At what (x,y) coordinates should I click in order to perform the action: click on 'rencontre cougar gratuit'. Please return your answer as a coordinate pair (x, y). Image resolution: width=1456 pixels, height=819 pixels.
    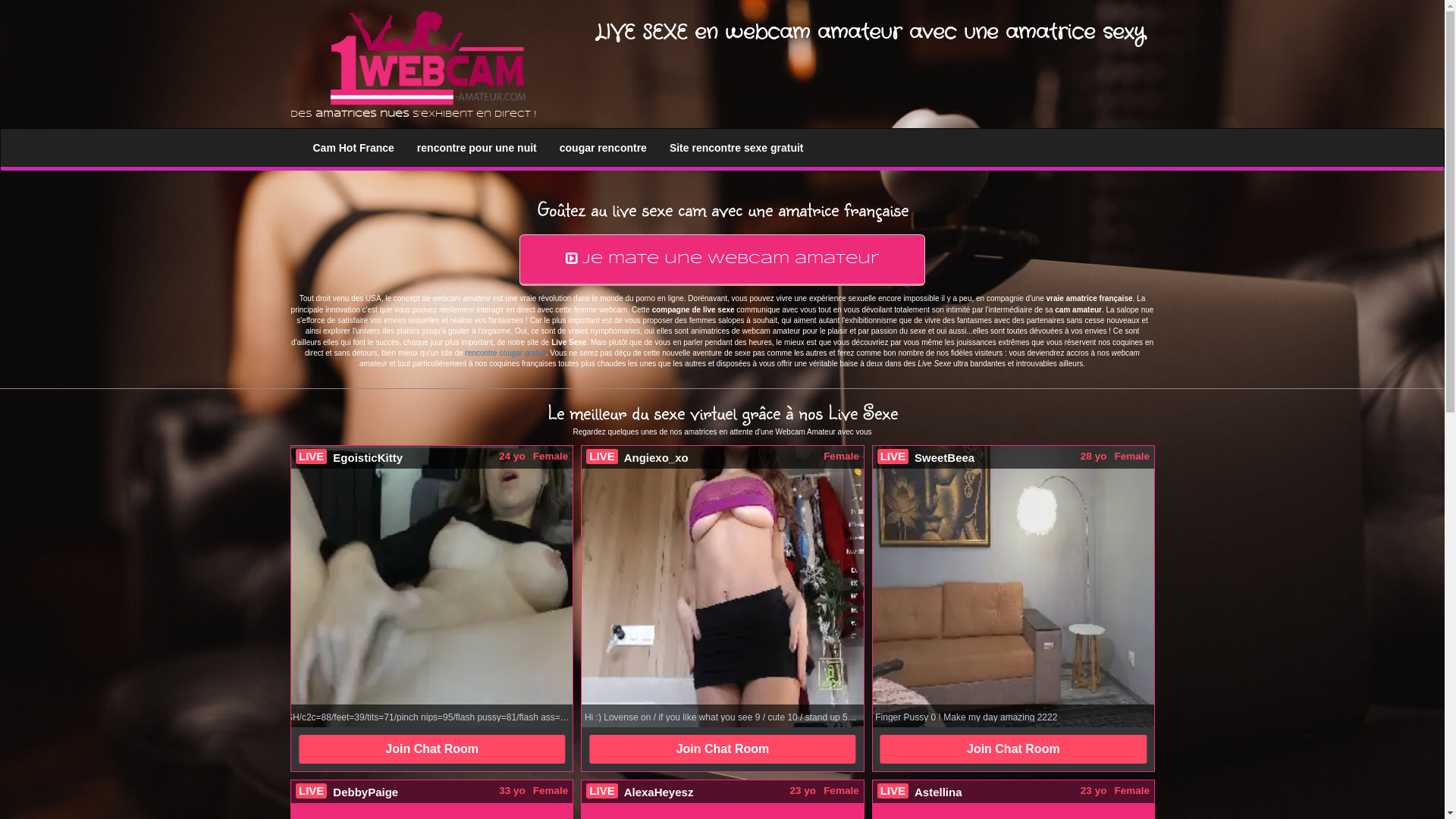
    Looking at the image, I should click on (506, 353).